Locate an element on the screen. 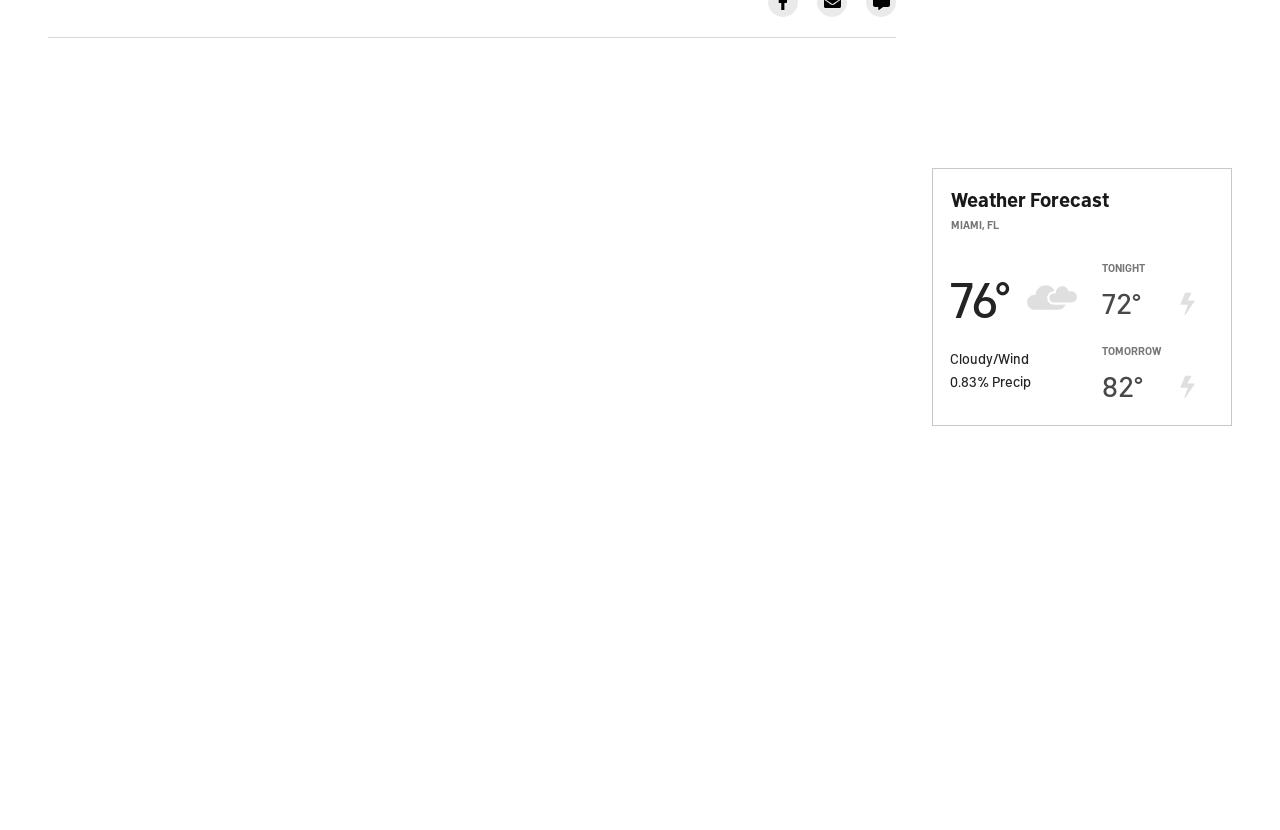 Image resolution: width=1280 pixels, height=830 pixels. '%' is located at coordinates (984, 378).